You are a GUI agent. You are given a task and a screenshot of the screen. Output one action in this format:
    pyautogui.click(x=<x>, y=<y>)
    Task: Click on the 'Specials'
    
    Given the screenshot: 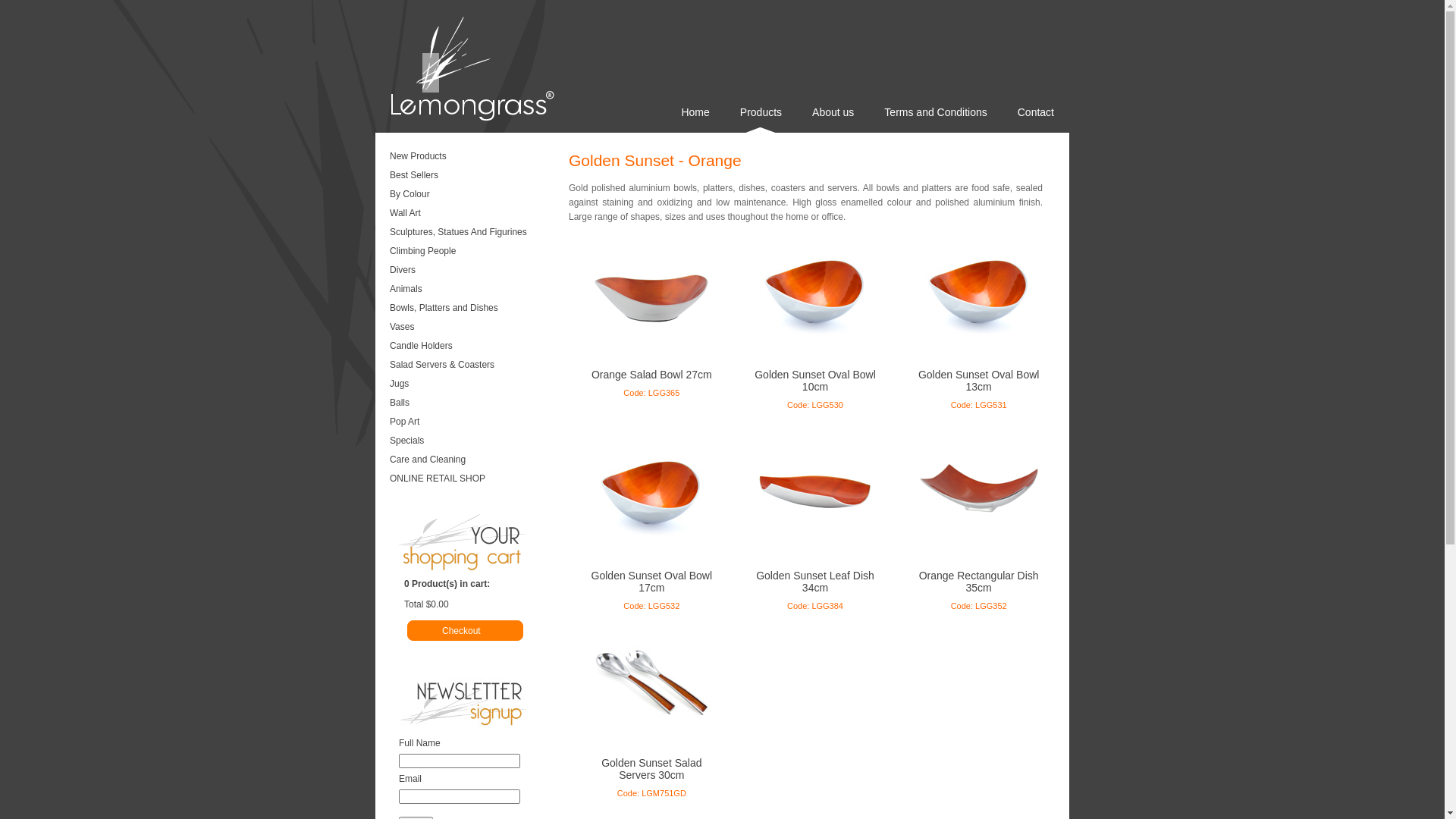 What is the action you would take?
    pyautogui.click(x=386, y=441)
    